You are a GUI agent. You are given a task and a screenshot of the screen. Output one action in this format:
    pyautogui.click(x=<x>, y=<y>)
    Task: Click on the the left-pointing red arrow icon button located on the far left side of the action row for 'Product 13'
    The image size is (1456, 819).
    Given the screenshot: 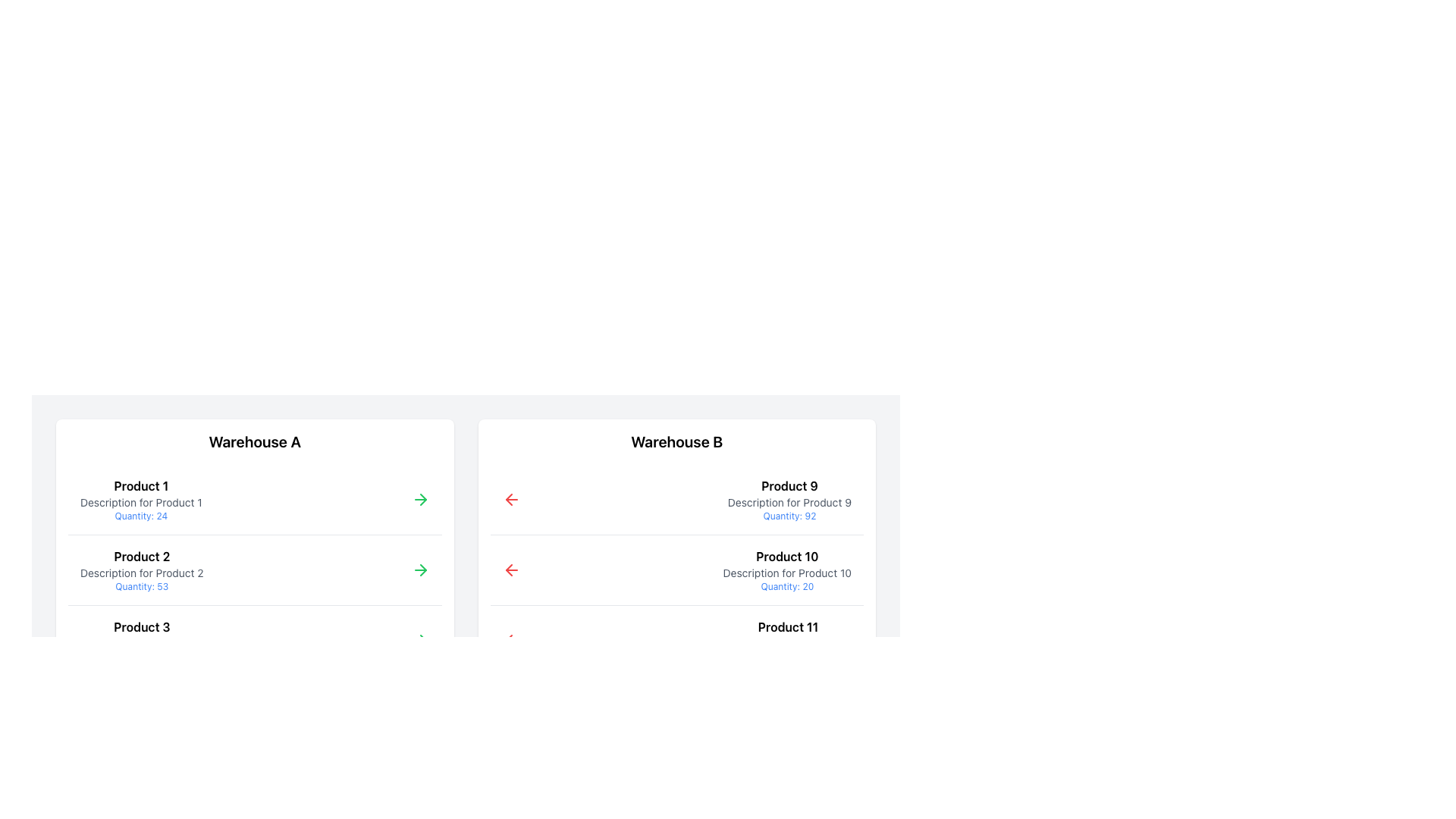 What is the action you would take?
    pyautogui.click(x=511, y=781)
    